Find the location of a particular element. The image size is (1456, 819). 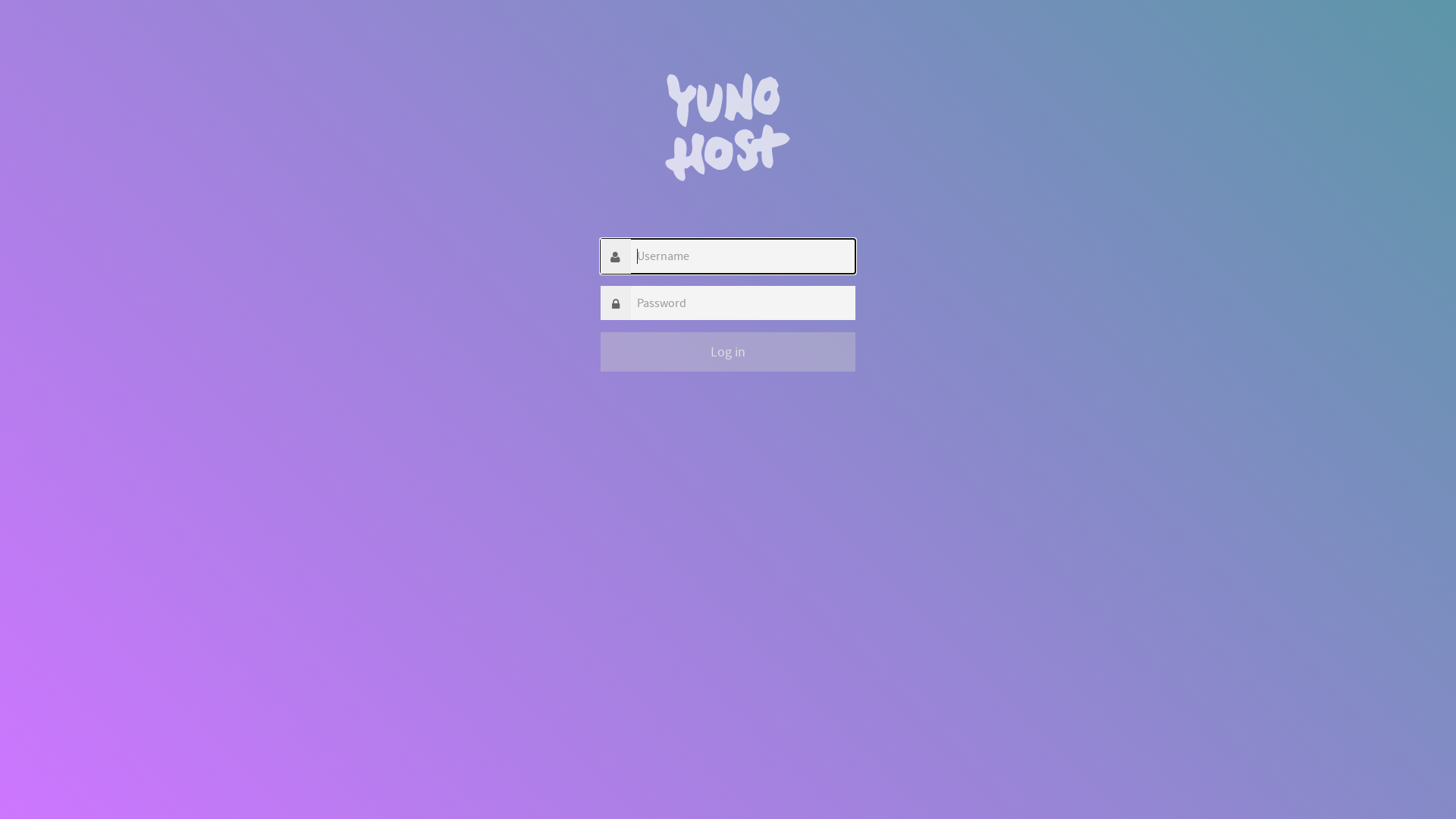

'Log in' is located at coordinates (728, 351).